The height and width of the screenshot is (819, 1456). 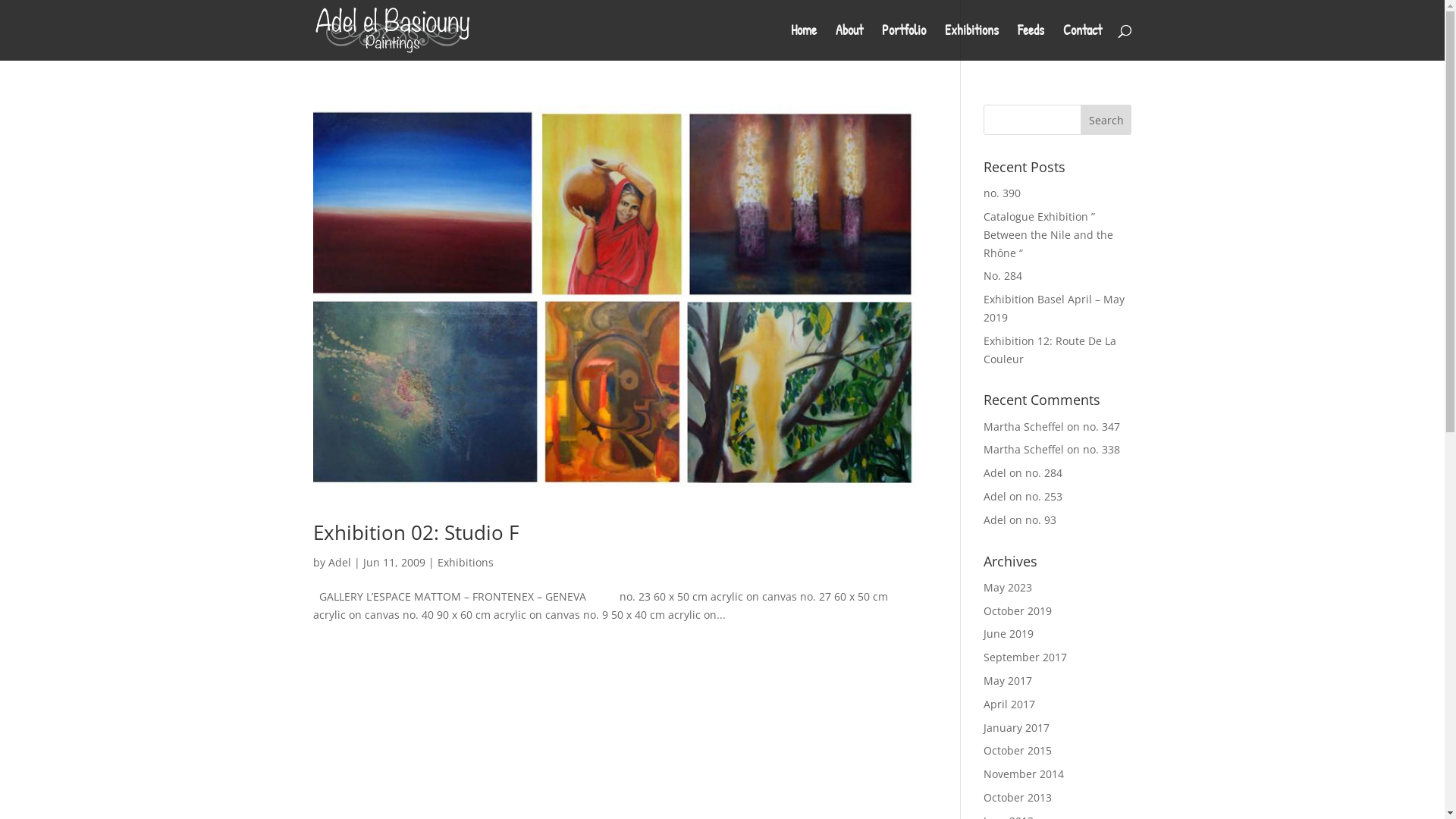 I want to click on 'no. 338', so click(x=1101, y=448).